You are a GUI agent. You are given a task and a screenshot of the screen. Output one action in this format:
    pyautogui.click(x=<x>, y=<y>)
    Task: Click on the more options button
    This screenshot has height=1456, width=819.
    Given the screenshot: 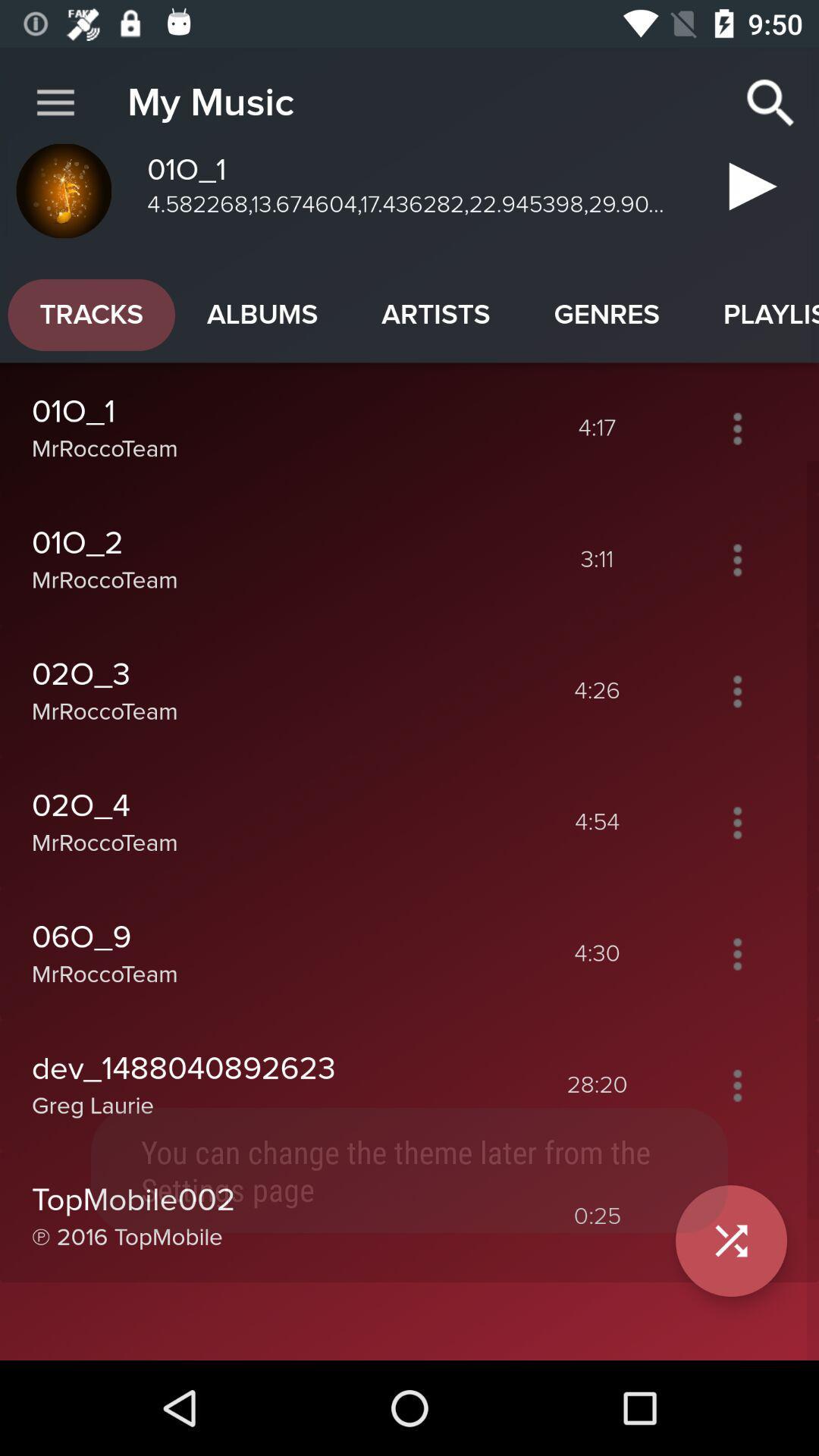 What is the action you would take?
    pyautogui.click(x=736, y=1084)
    